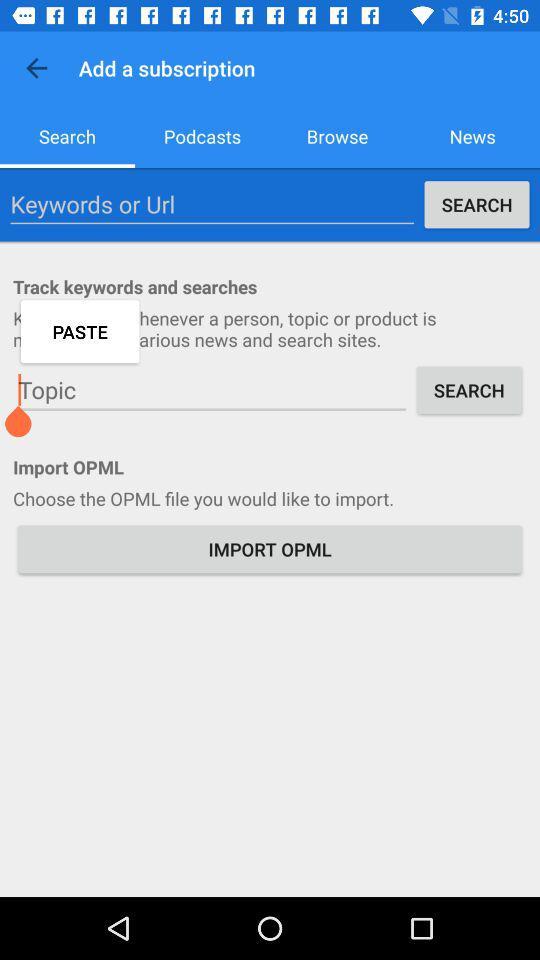 This screenshot has height=960, width=540. What do you see at coordinates (36, 68) in the screenshot?
I see `app to the left of add a subscription app` at bounding box center [36, 68].